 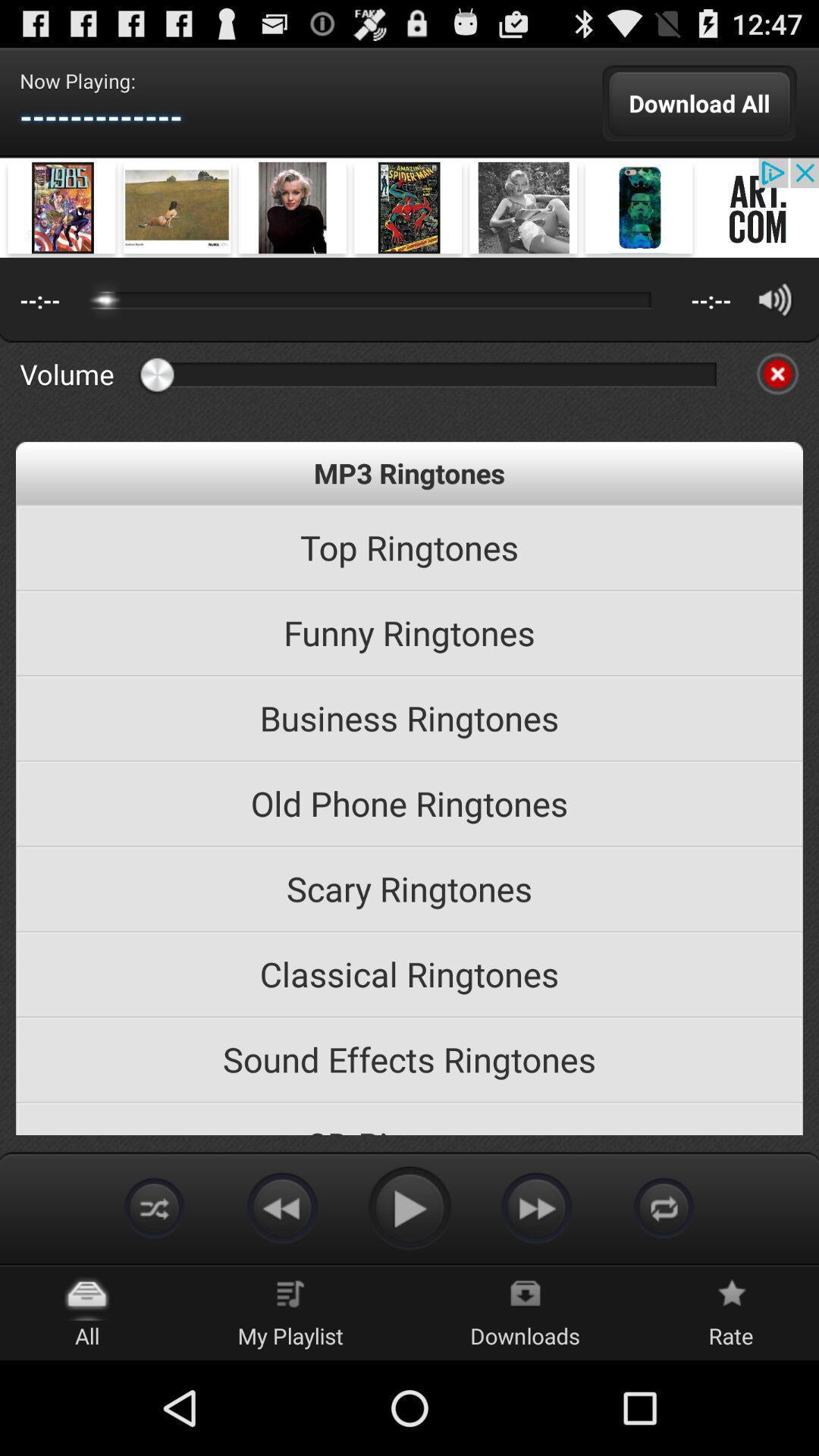 I want to click on the av_rewind icon, so click(x=281, y=1291).